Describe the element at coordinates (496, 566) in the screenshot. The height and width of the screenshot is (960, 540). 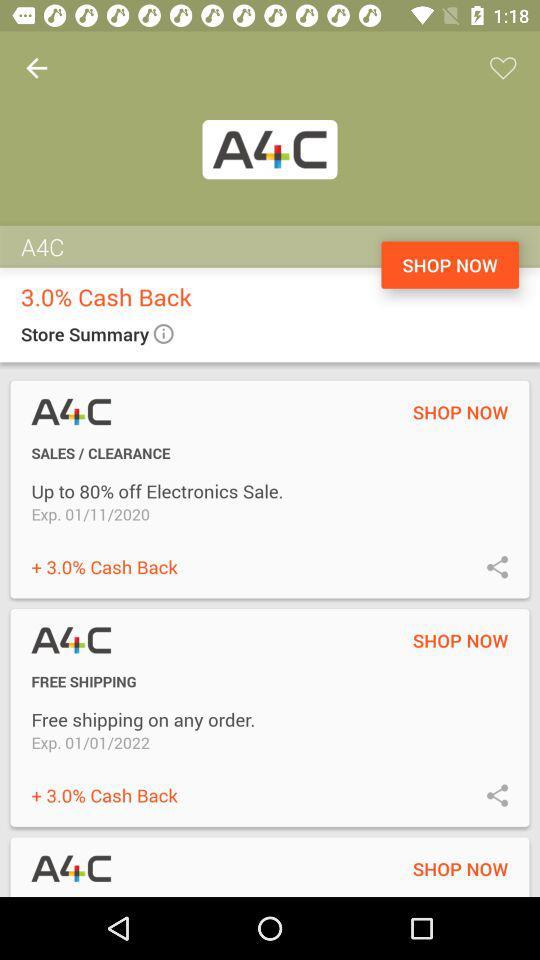
I see `share` at that location.